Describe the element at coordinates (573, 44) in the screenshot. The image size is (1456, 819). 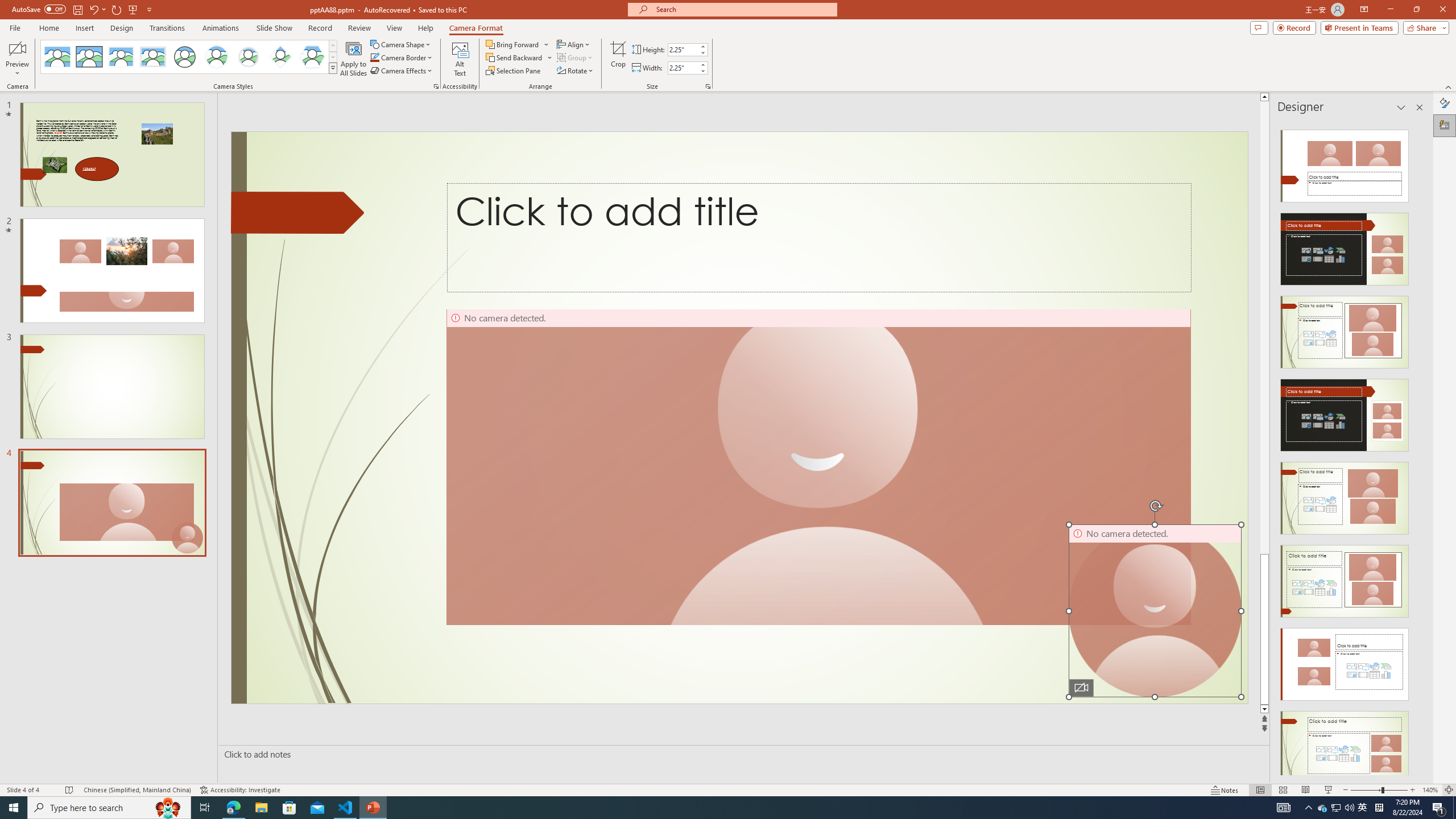
I see `'Align'` at that location.